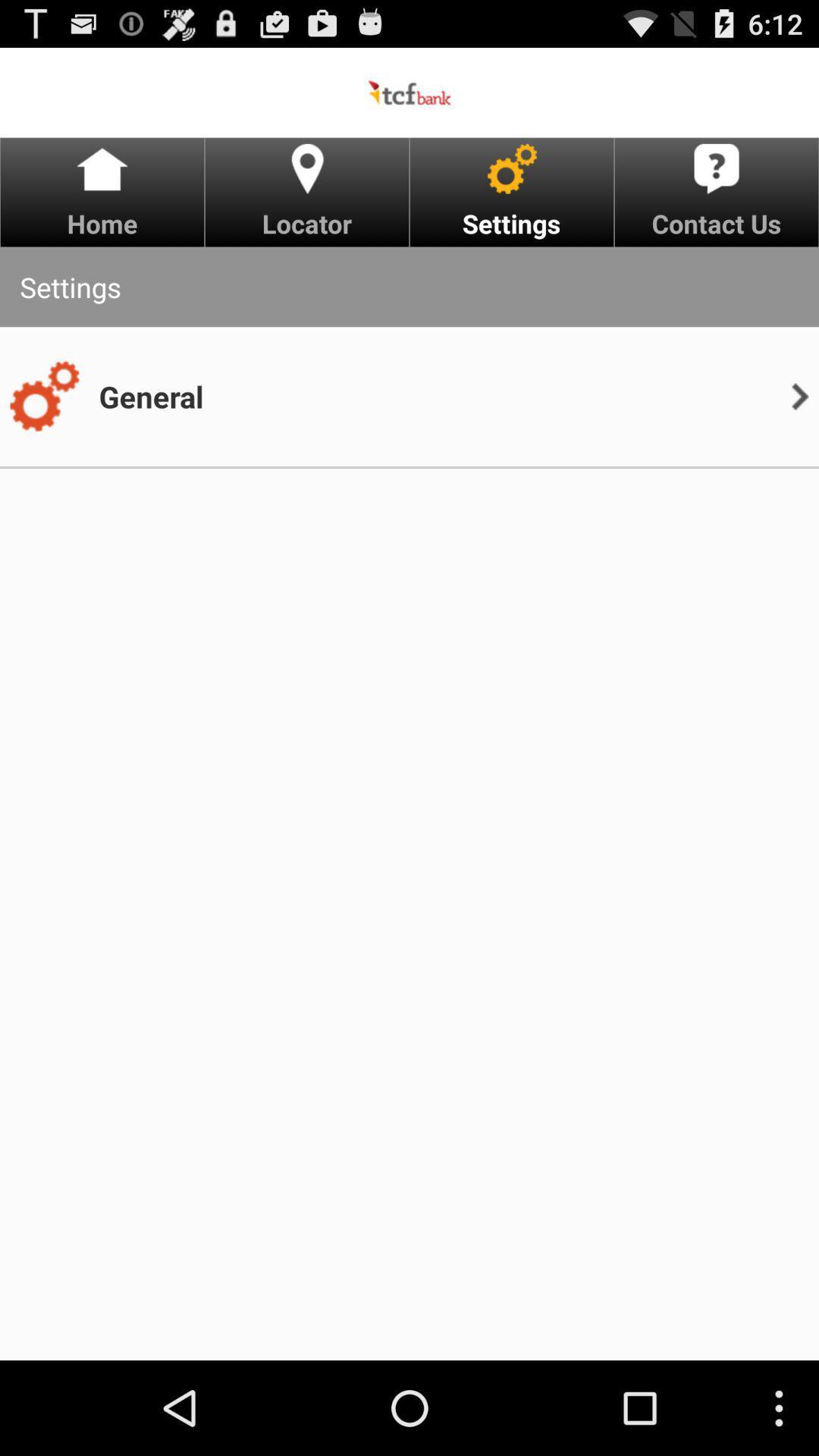 The height and width of the screenshot is (1456, 819). Describe the element at coordinates (151, 397) in the screenshot. I see `general icon` at that location.